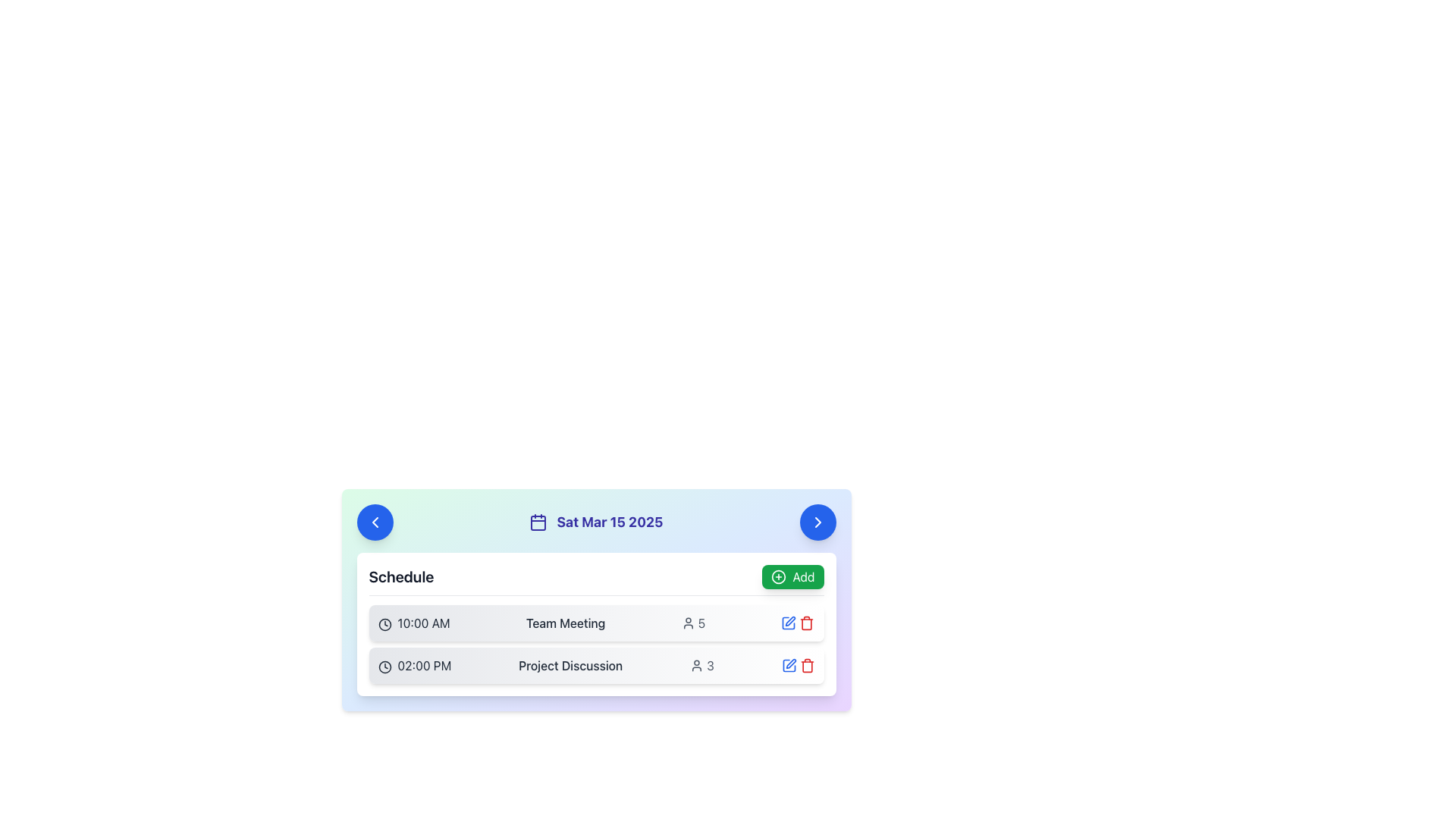 Image resolution: width=1456 pixels, height=819 pixels. I want to click on the circular blue button with a white left-pointing chevron located to the left of the date 'Sat Mar 15 2025' in the header section, so click(375, 522).